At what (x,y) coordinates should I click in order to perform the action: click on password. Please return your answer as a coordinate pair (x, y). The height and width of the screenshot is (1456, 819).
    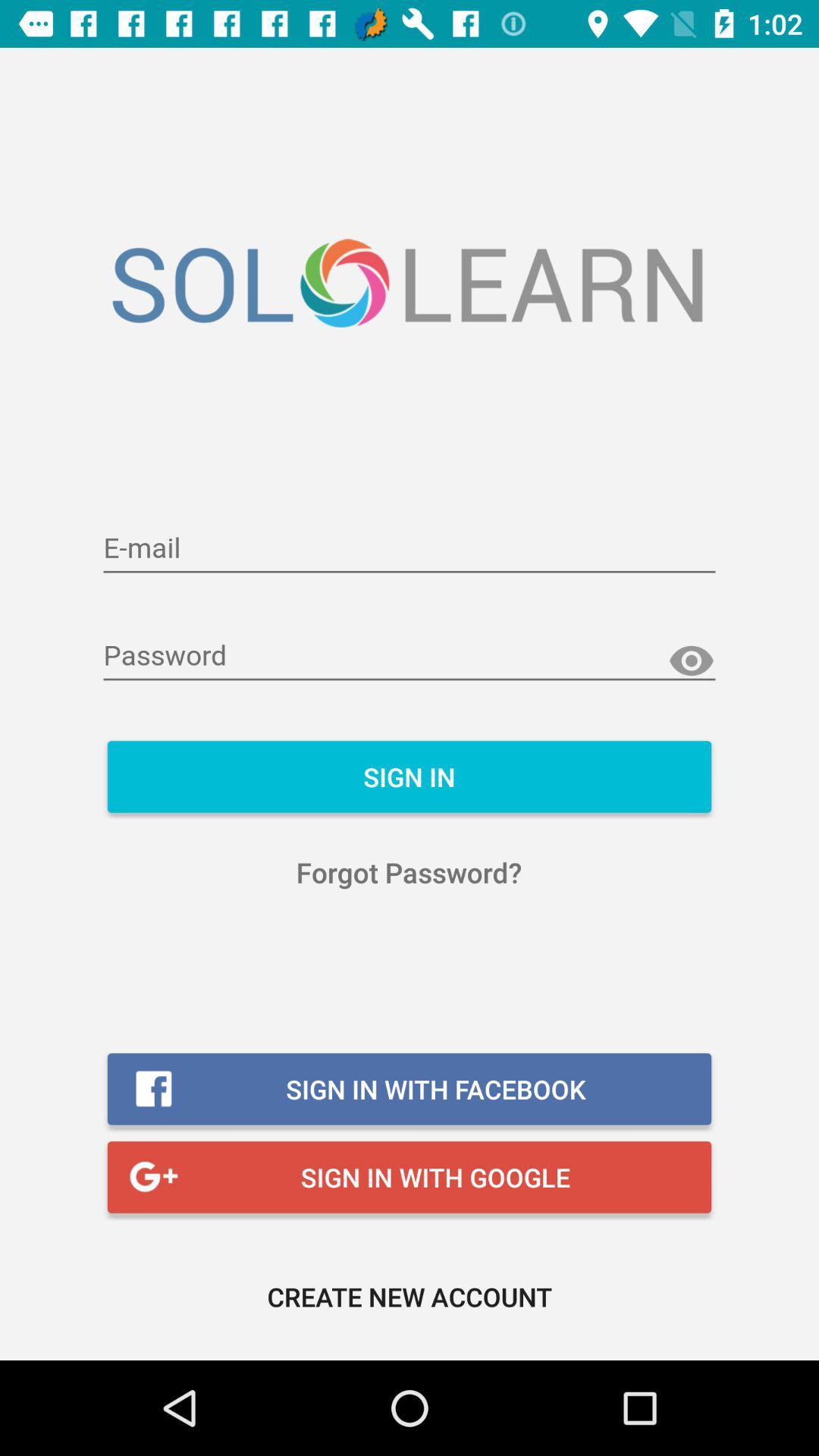
    Looking at the image, I should click on (409, 656).